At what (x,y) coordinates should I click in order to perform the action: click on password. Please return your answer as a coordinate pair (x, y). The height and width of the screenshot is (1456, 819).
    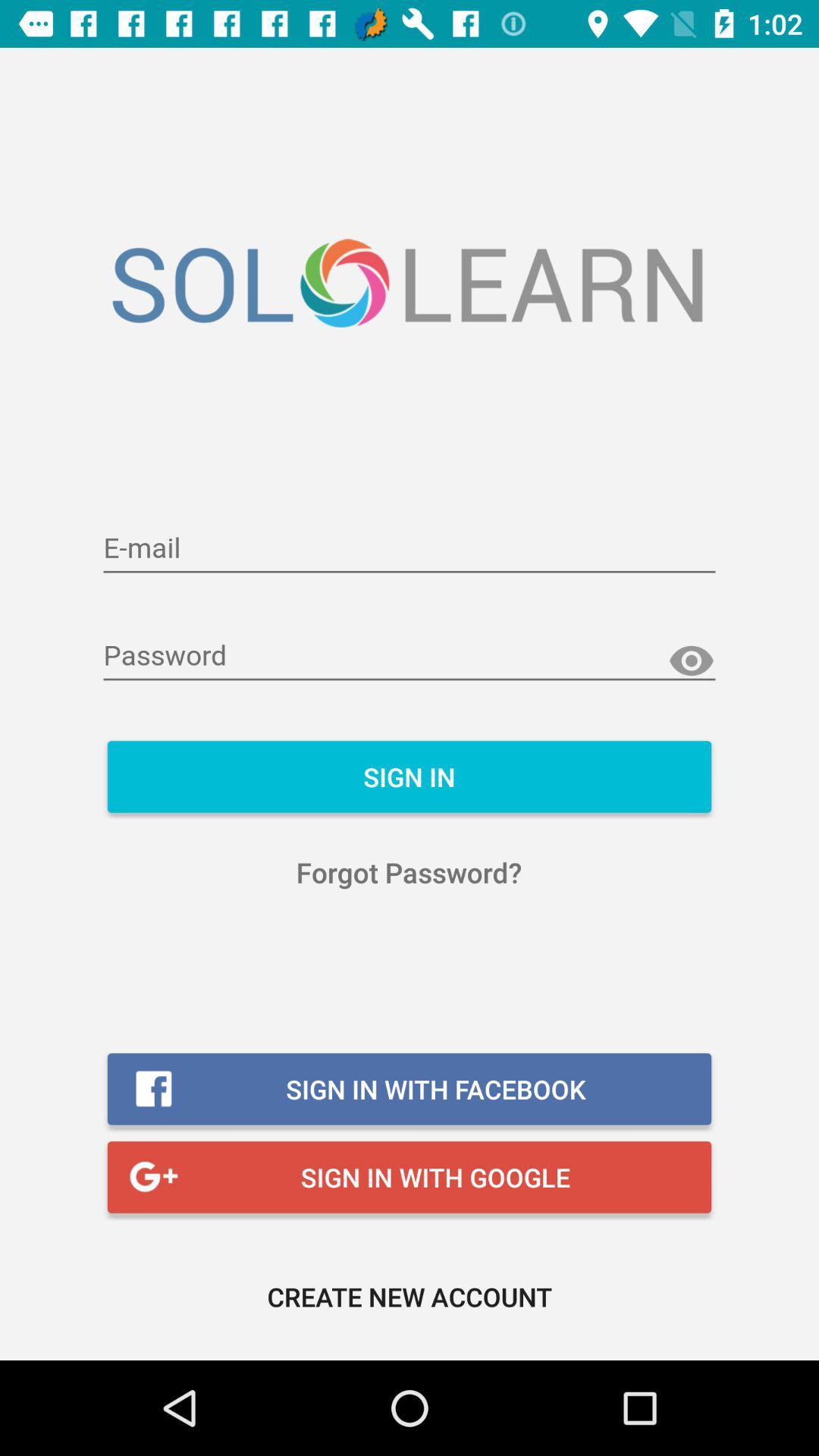
    Looking at the image, I should click on (409, 656).